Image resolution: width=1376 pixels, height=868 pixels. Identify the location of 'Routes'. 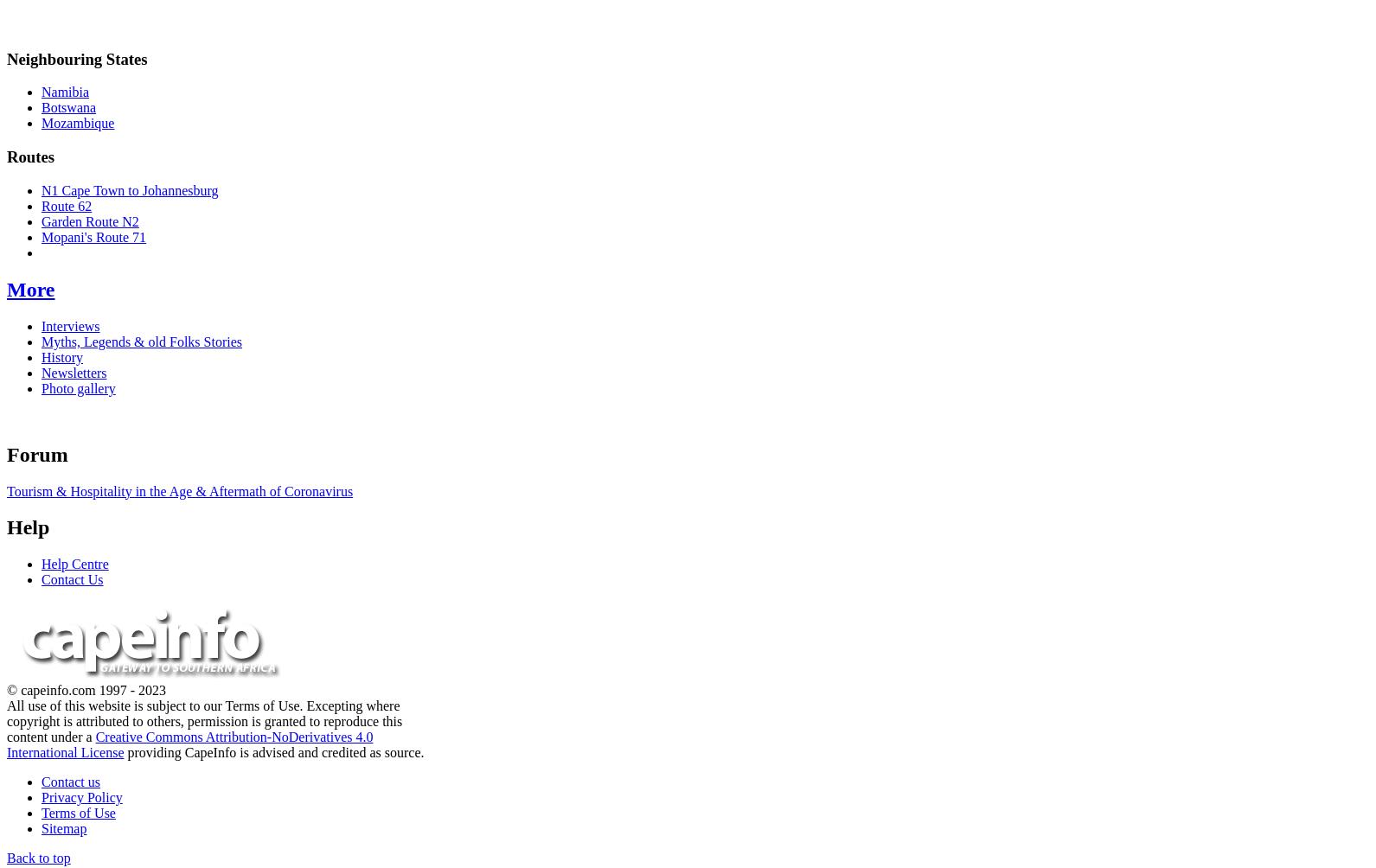
(30, 156).